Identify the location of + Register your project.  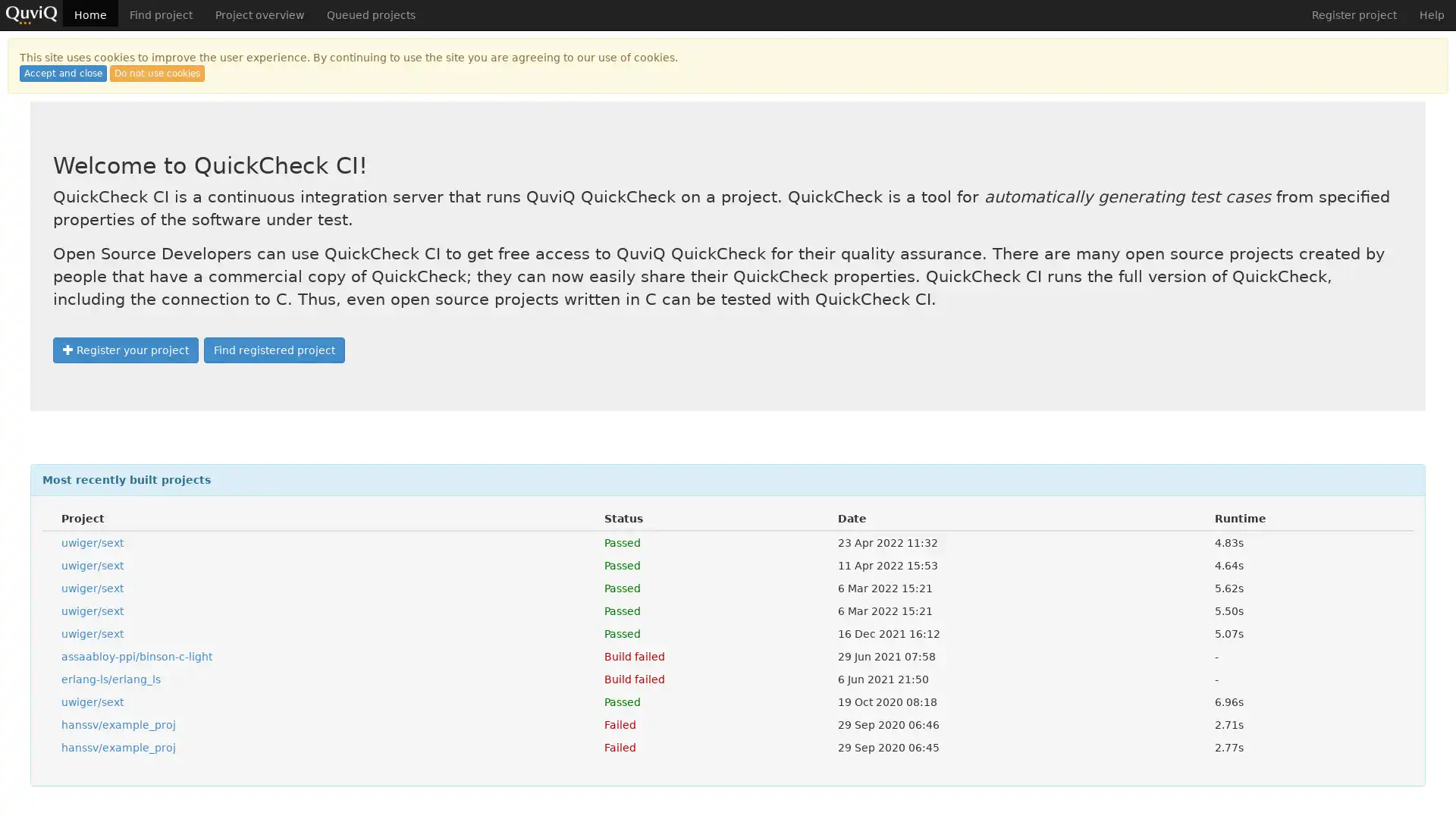
(126, 350).